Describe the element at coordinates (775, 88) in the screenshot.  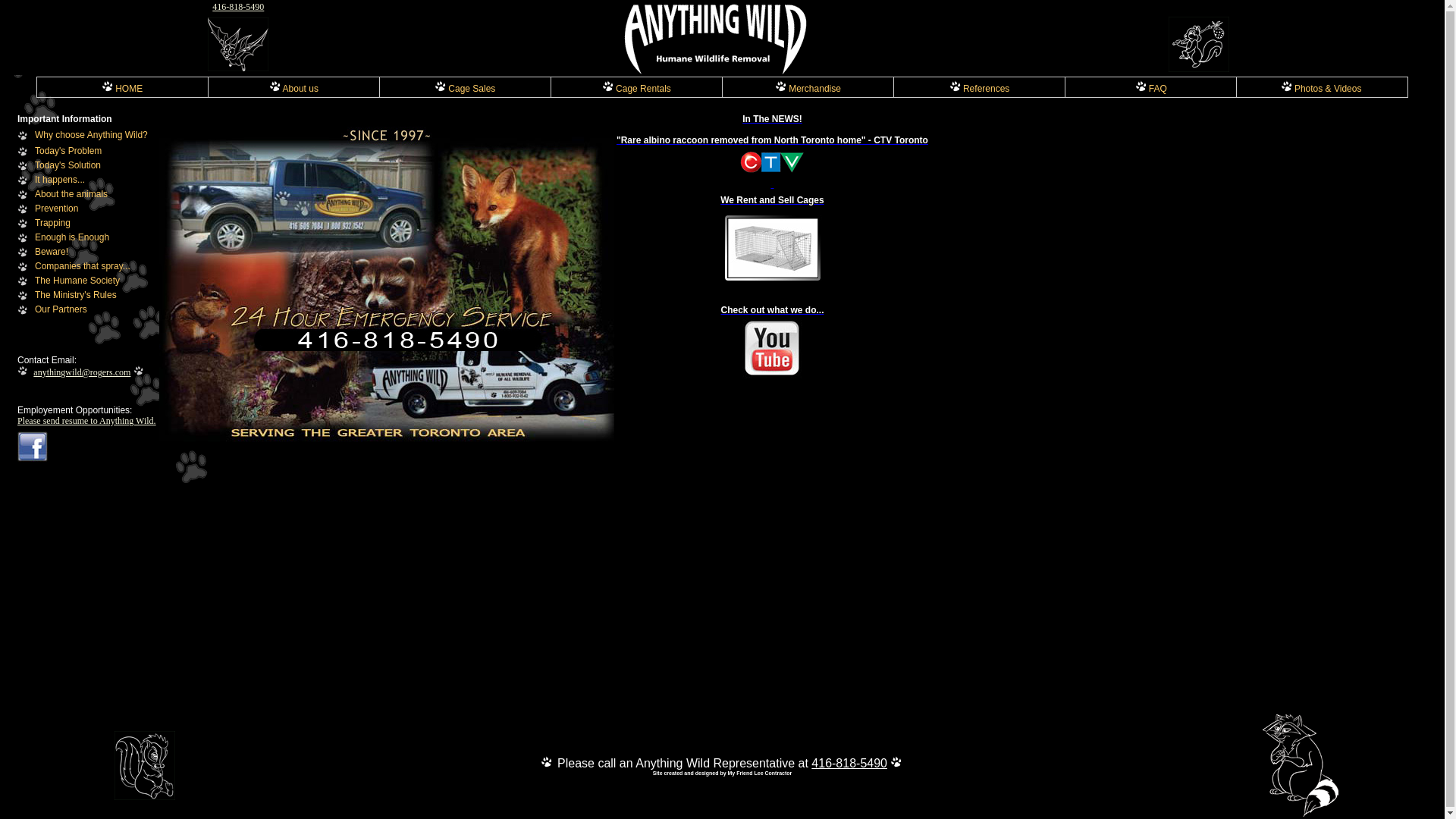
I see `'Merchandise'` at that location.